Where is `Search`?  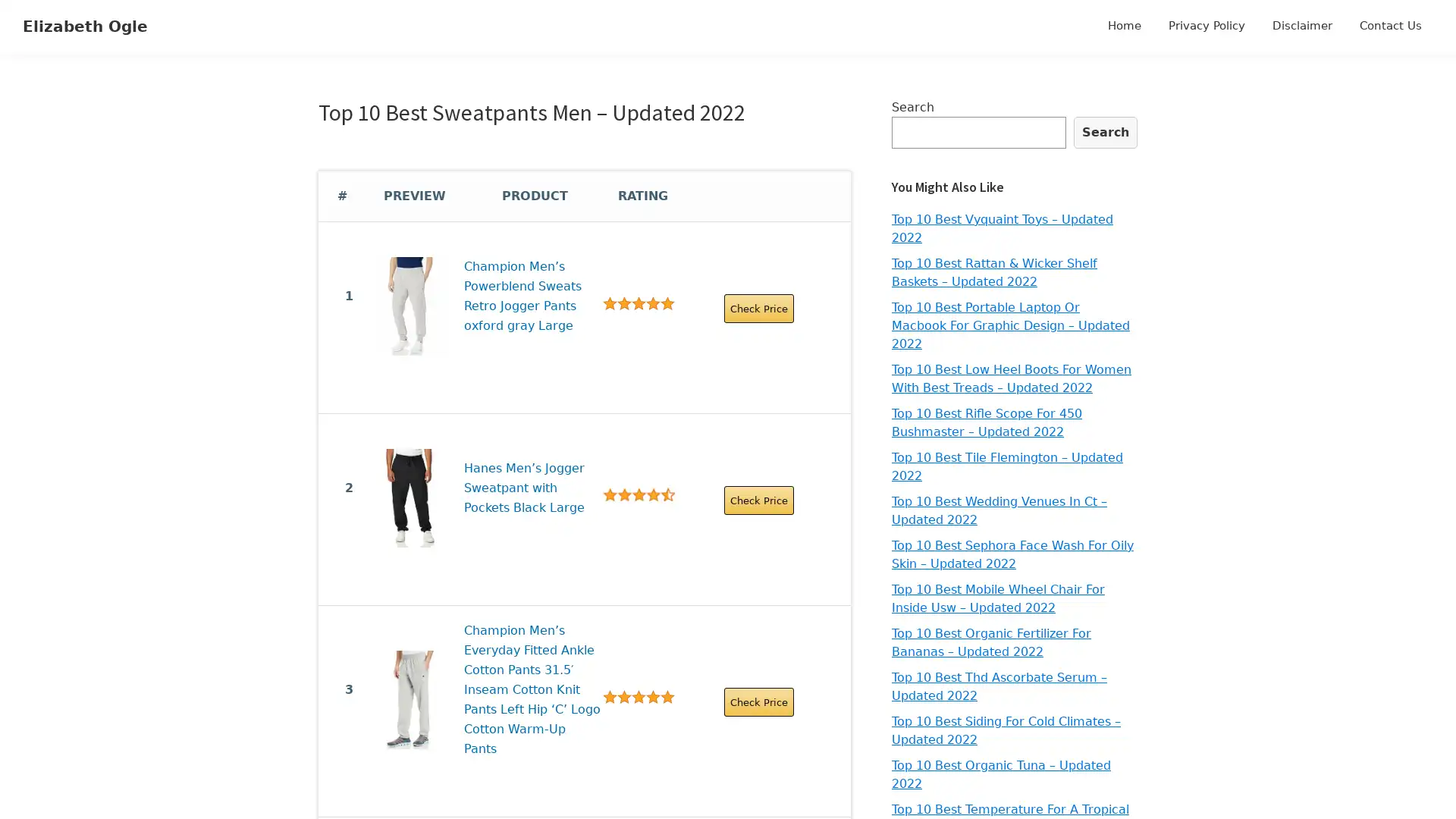 Search is located at coordinates (1106, 131).